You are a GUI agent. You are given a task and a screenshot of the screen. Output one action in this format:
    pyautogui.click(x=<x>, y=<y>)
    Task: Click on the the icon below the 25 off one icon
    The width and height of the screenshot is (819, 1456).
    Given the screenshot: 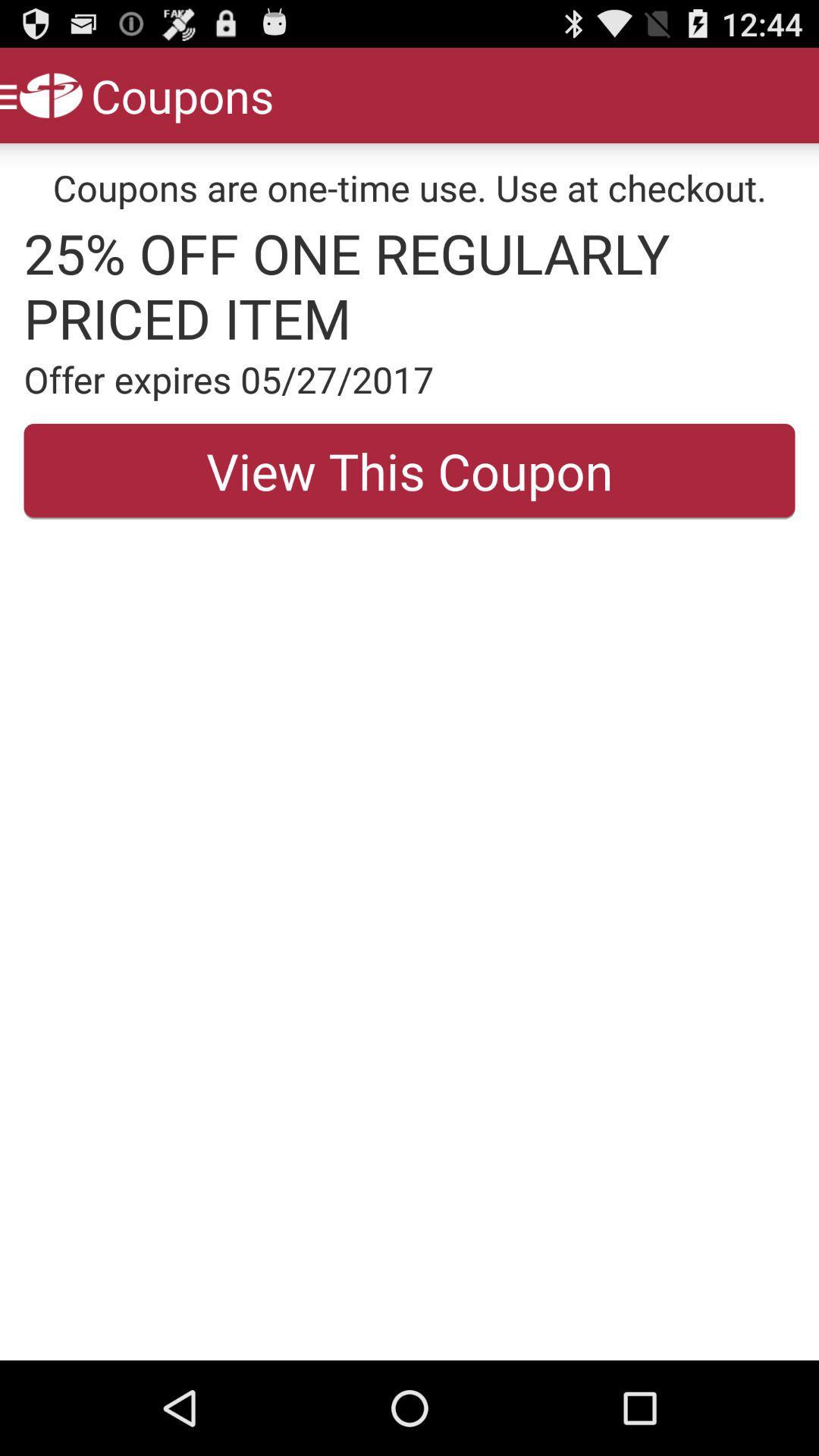 What is the action you would take?
    pyautogui.click(x=409, y=379)
    